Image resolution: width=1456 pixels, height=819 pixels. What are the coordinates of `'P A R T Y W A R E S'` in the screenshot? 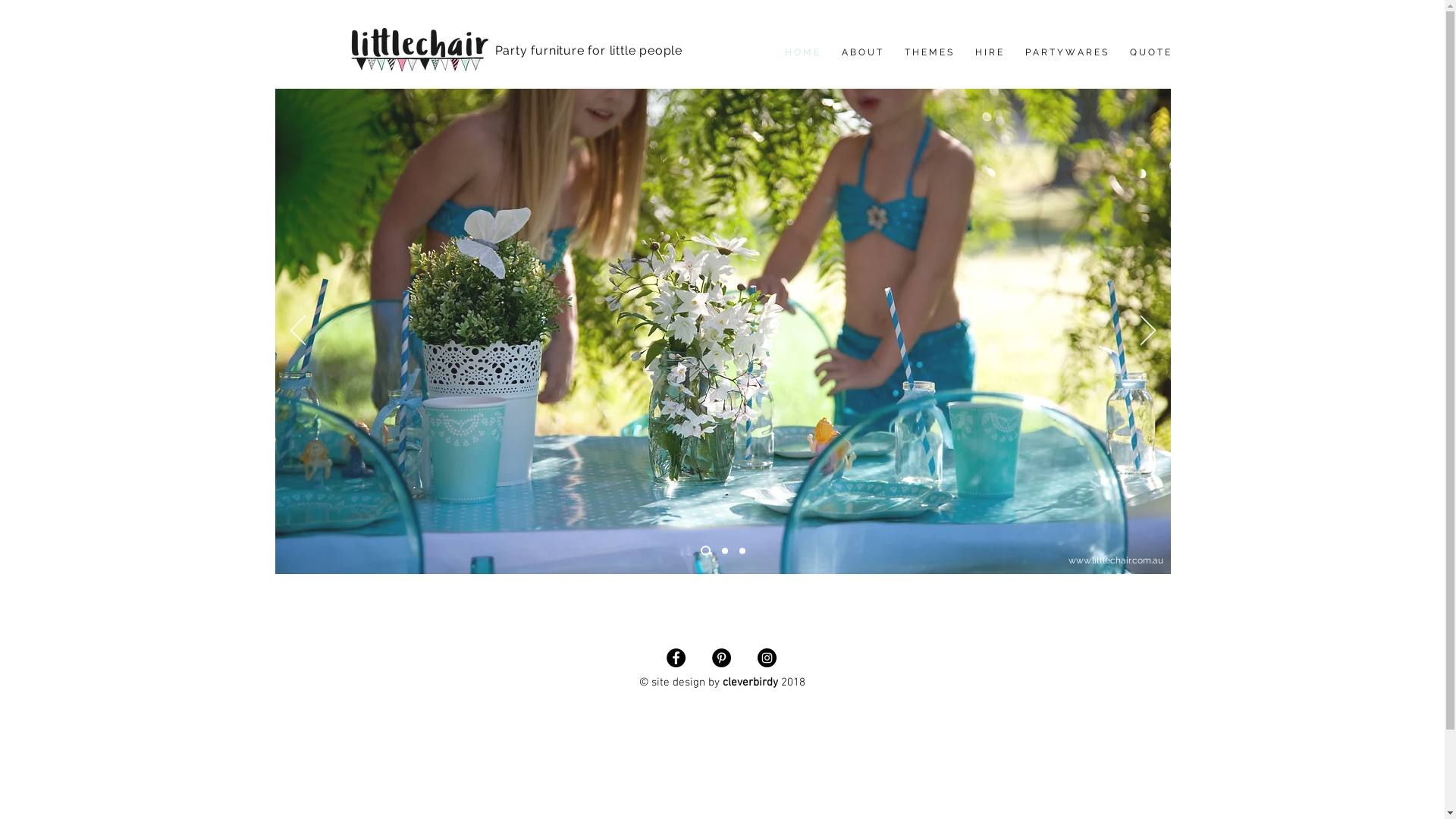 It's located at (1065, 52).